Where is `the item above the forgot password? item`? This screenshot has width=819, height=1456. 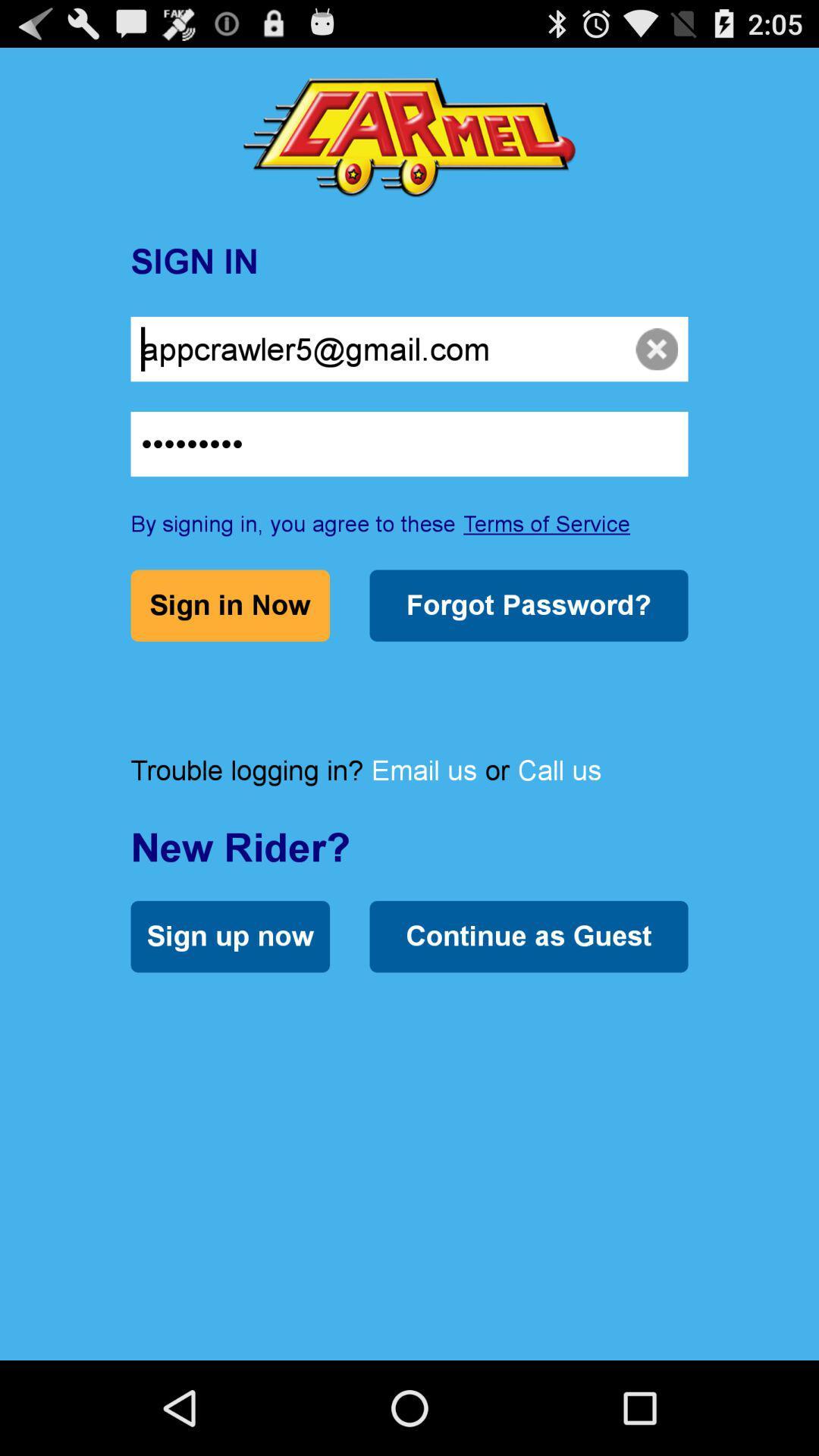 the item above the forgot password? item is located at coordinates (547, 523).